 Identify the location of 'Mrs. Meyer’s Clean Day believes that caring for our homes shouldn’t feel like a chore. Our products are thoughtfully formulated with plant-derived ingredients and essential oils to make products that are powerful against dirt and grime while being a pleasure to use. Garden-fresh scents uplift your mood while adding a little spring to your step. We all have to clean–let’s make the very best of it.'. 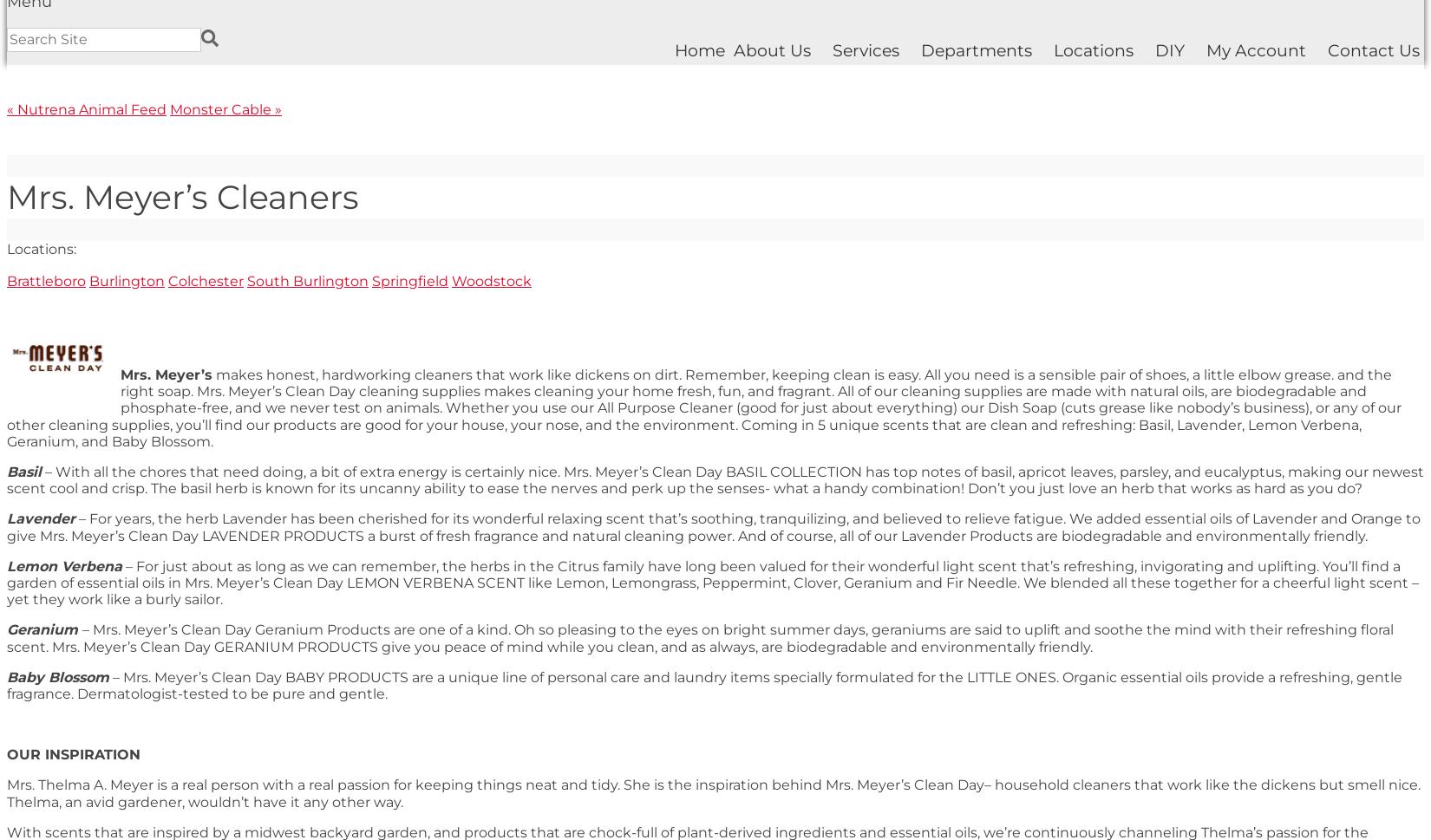
(707, 199).